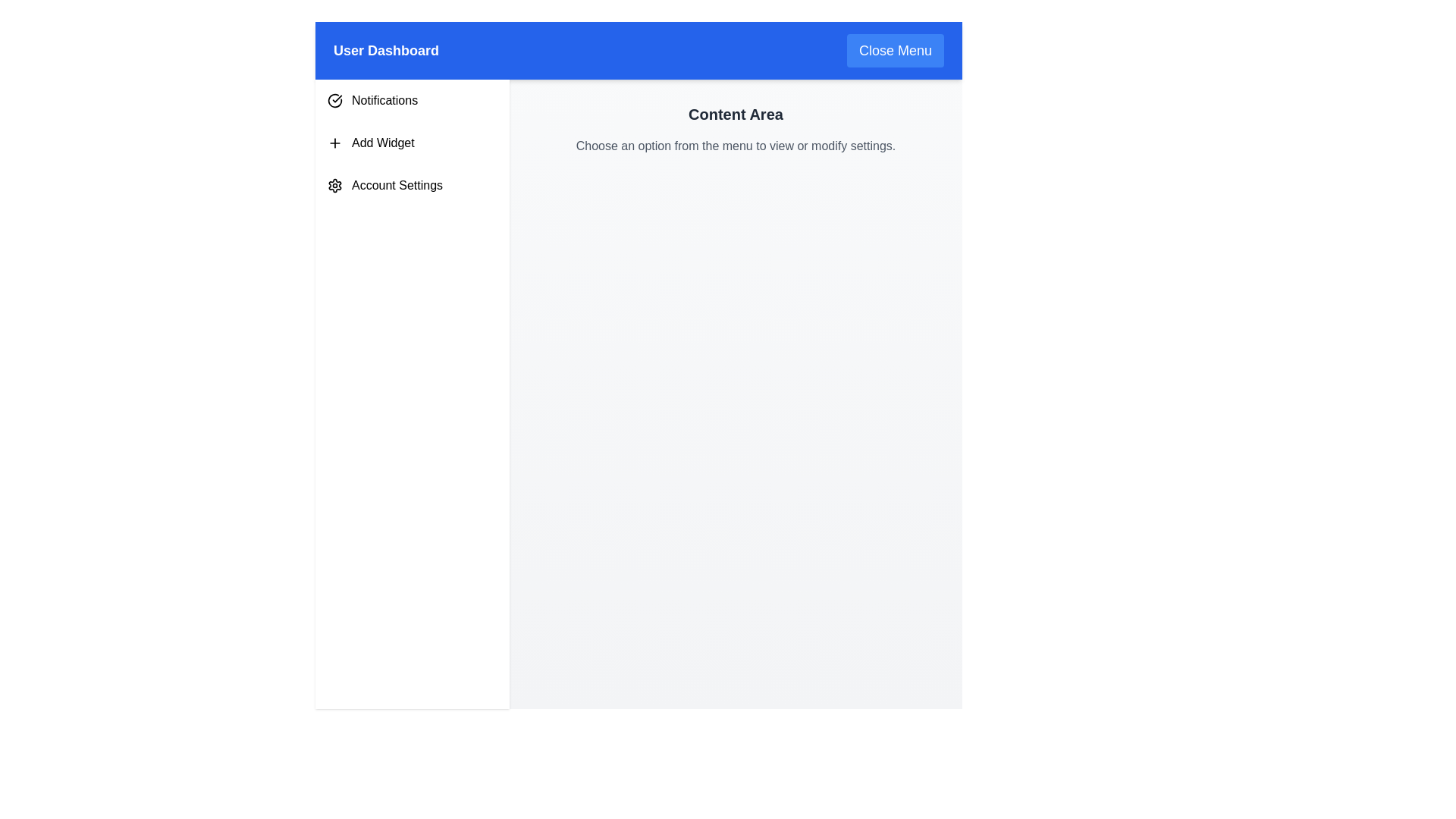  What do you see at coordinates (412, 143) in the screenshot?
I see `the 'Add New Widget' button located in the vertical menu on the left side of the interface, positioned below 'Notifications' and above 'Account Settings' to trigger its visual feedback` at bounding box center [412, 143].